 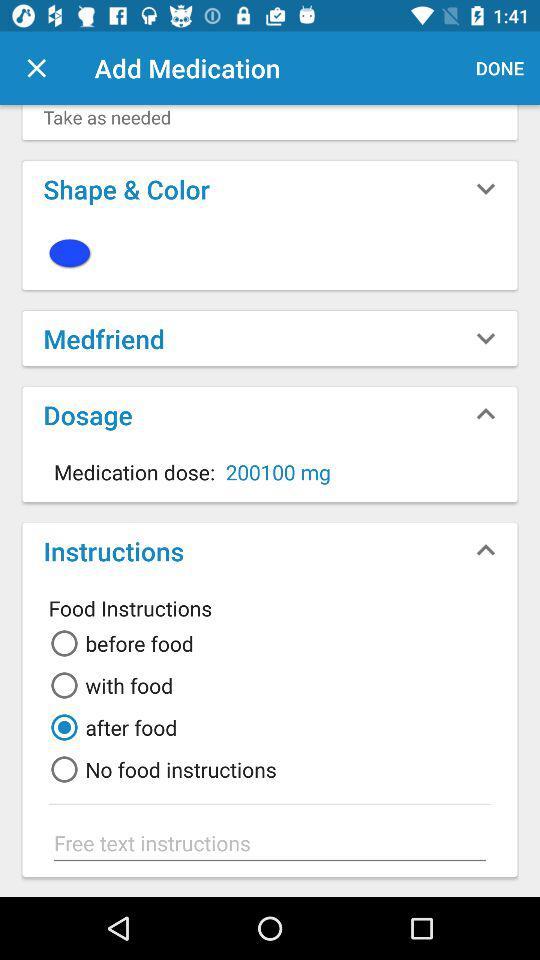 What do you see at coordinates (499, 68) in the screenshot?
I see `the icon next to add medication item` at bounding box center [499, 68].